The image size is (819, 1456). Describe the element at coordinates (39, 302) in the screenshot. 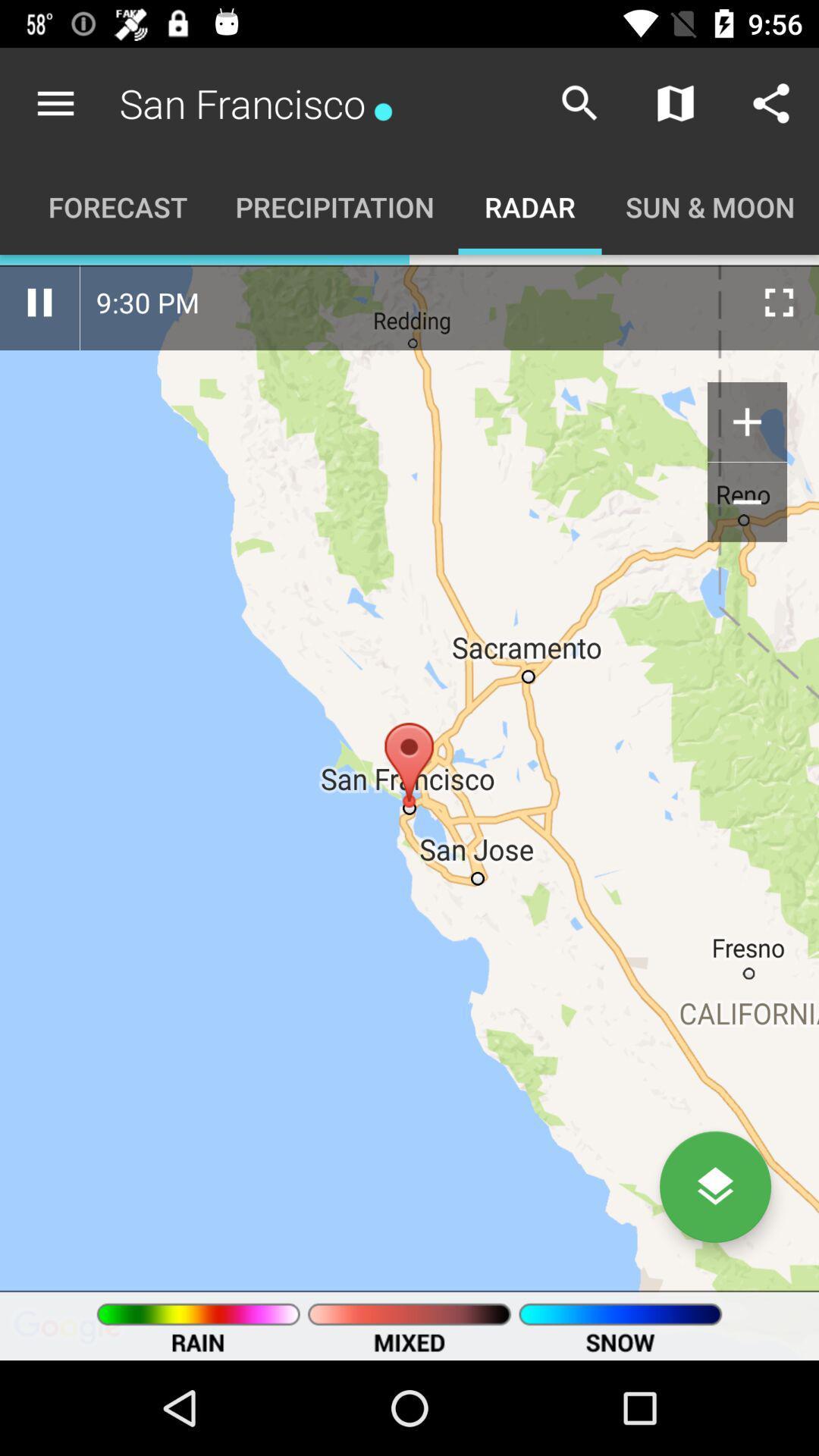

I see `the pause icon` at that location.